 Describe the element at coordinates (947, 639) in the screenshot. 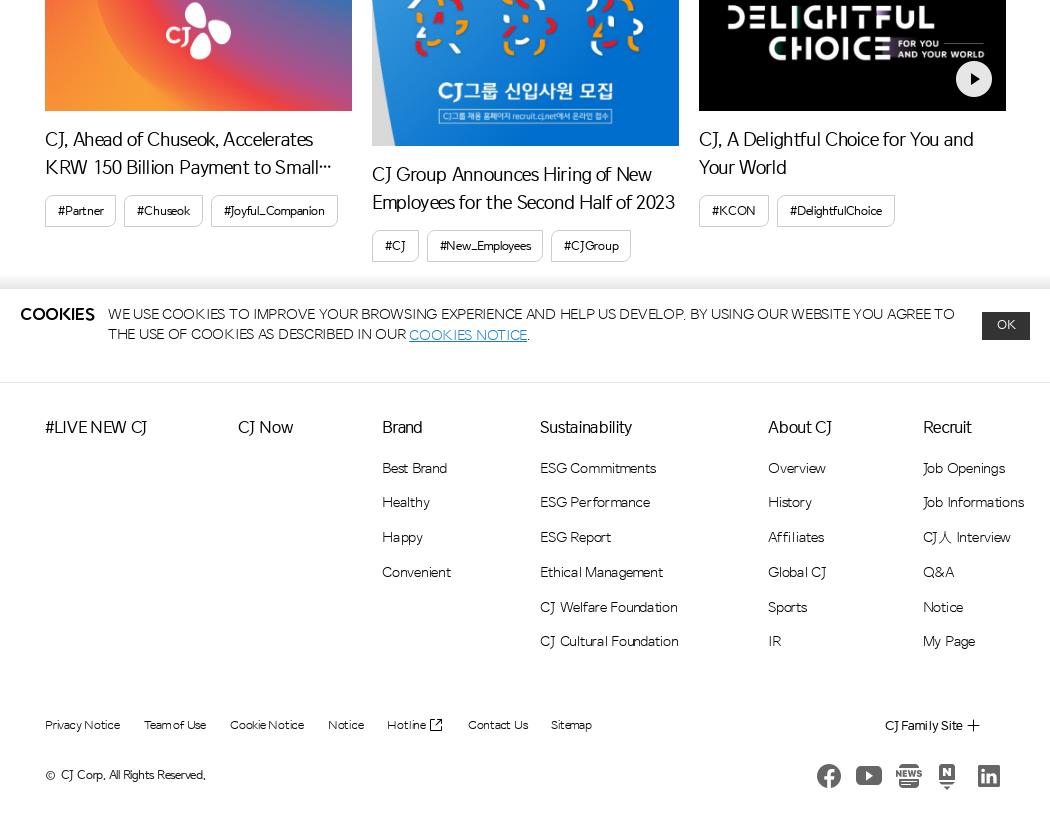

I see `'My Page'` at that location.